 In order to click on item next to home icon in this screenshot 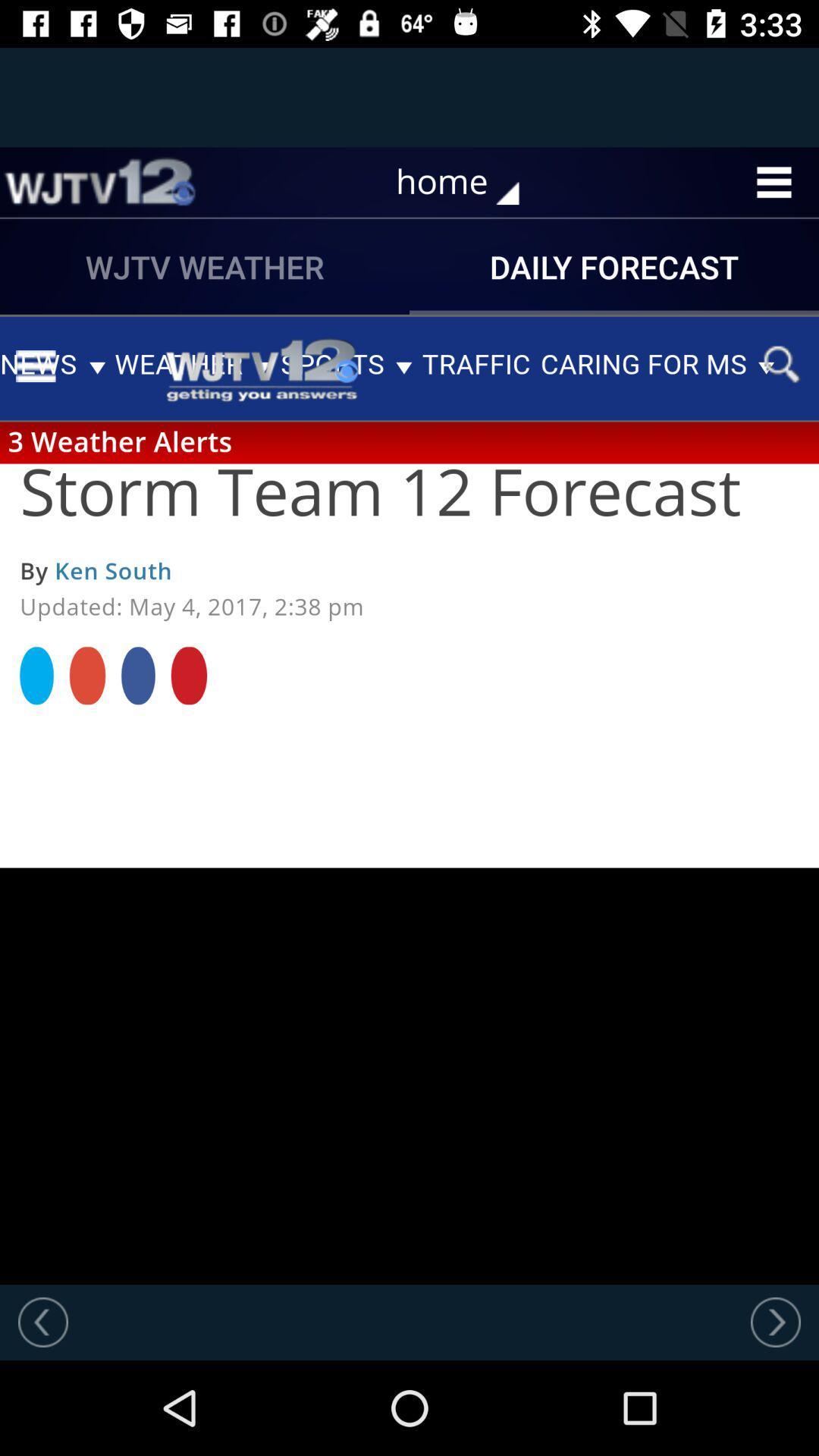, I will do `click(99, 182)`.